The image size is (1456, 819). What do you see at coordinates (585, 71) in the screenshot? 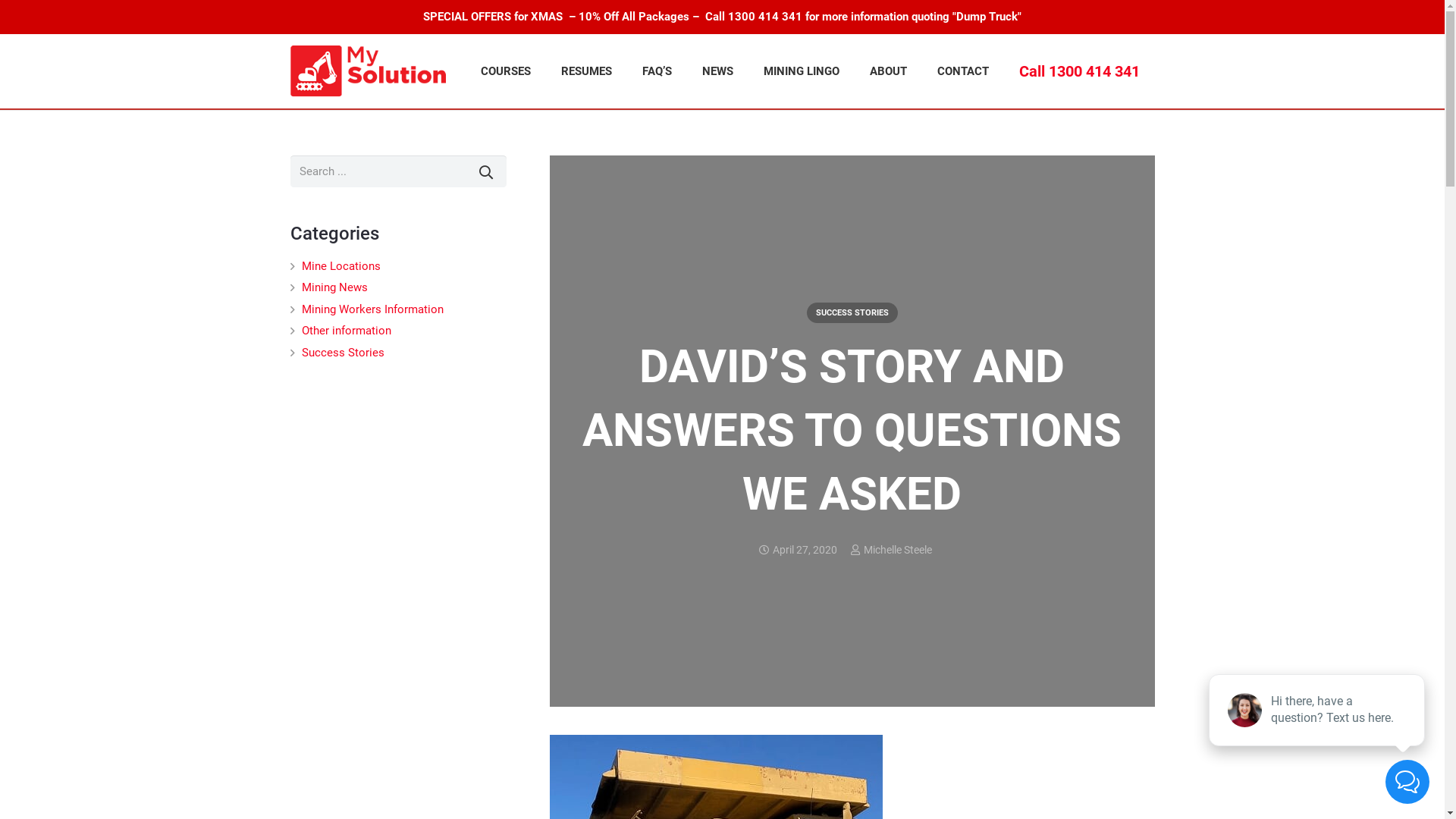
I see `'RESUMES'` at bounding box center [585, 71].